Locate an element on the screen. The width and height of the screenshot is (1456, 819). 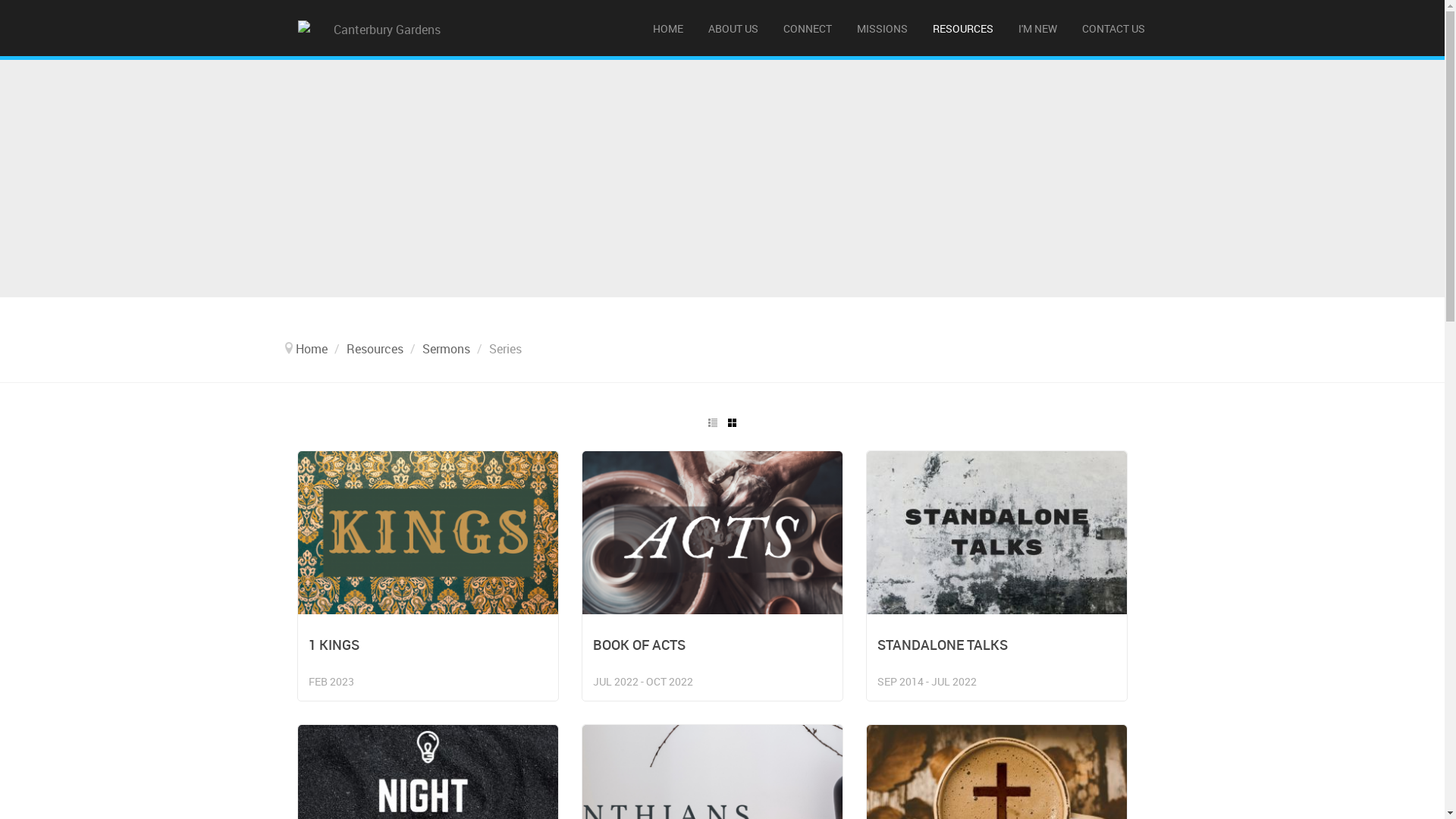
'Home' is located at coordinates (311, 348).